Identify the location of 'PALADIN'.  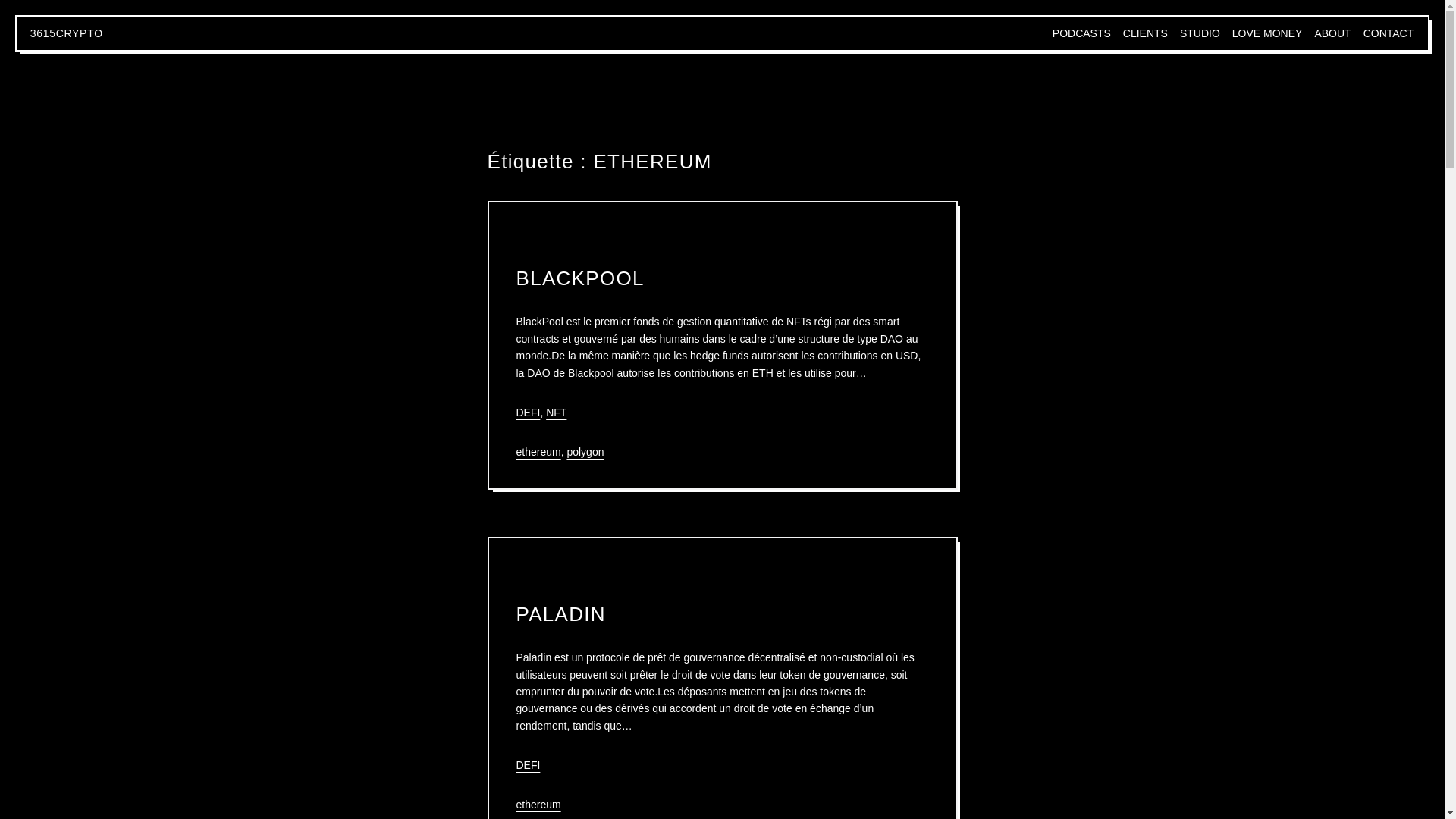
(560, 614).